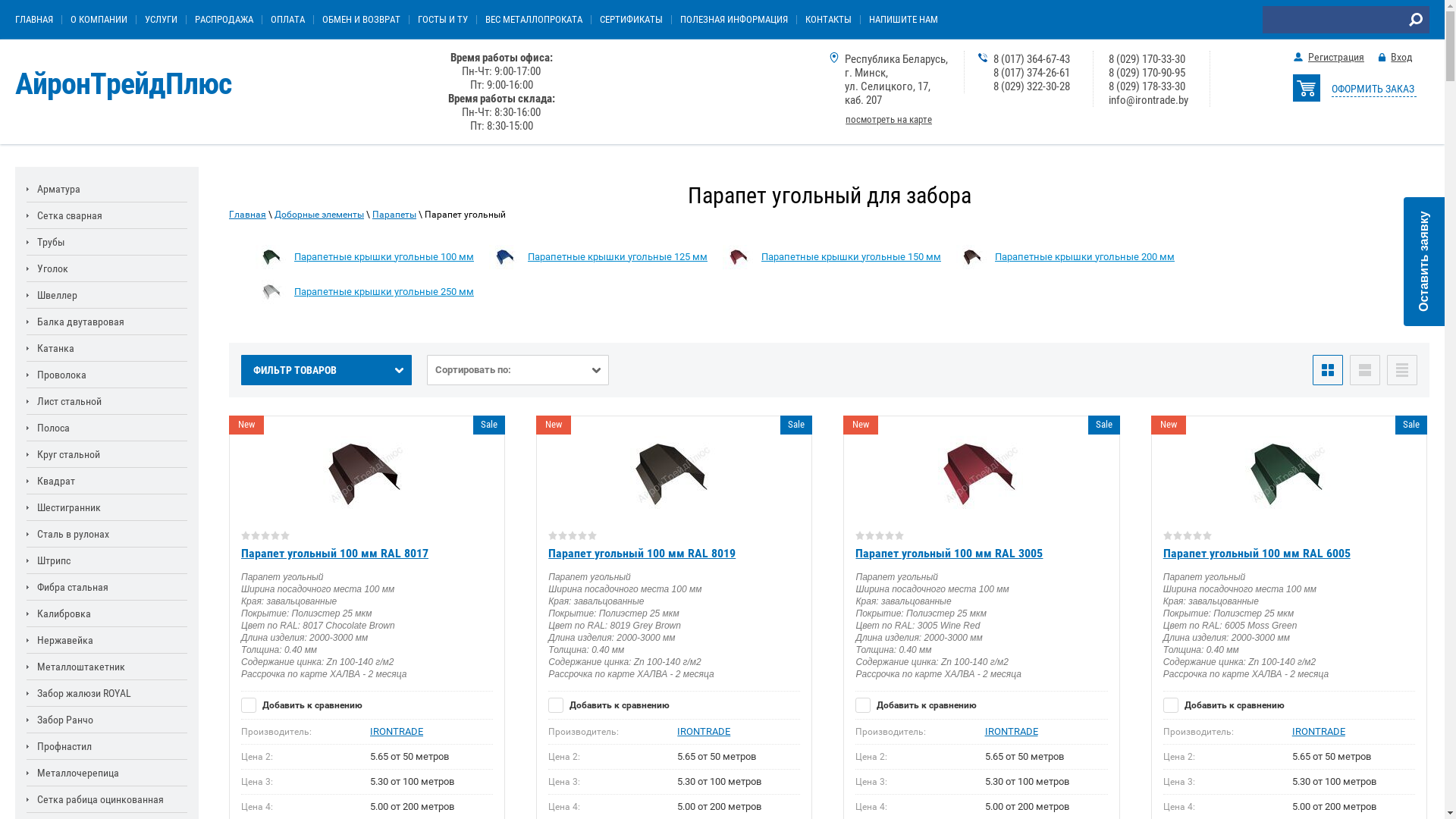 This screenshot has height=819, width=1456. I want to click on '8 (029) 322-30-28', so click(1031, 86).